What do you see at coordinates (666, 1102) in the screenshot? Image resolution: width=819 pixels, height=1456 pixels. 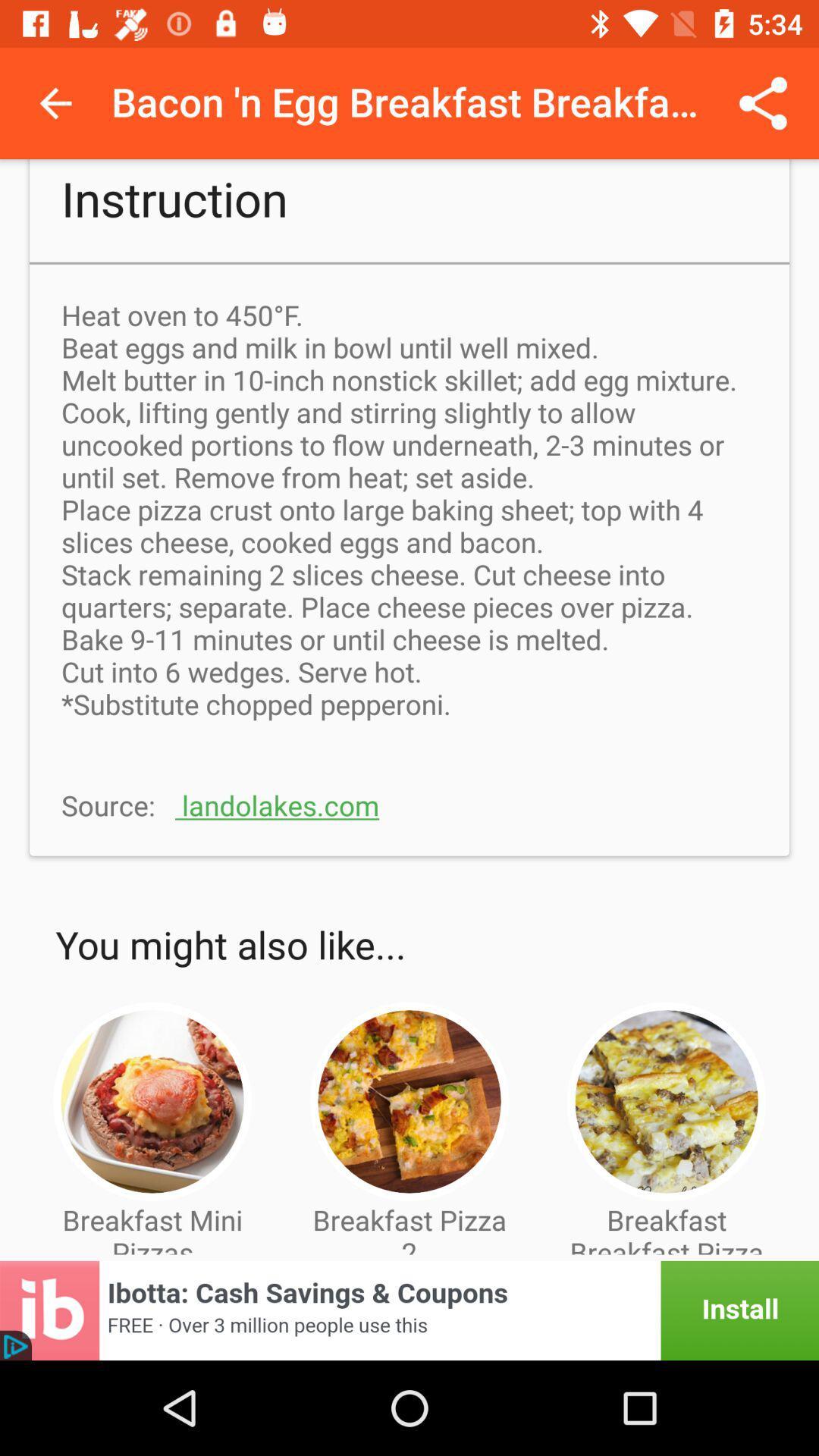 I see `the image which is above the text breakfast breakfast pizza` at bounding box center [666, 1102].